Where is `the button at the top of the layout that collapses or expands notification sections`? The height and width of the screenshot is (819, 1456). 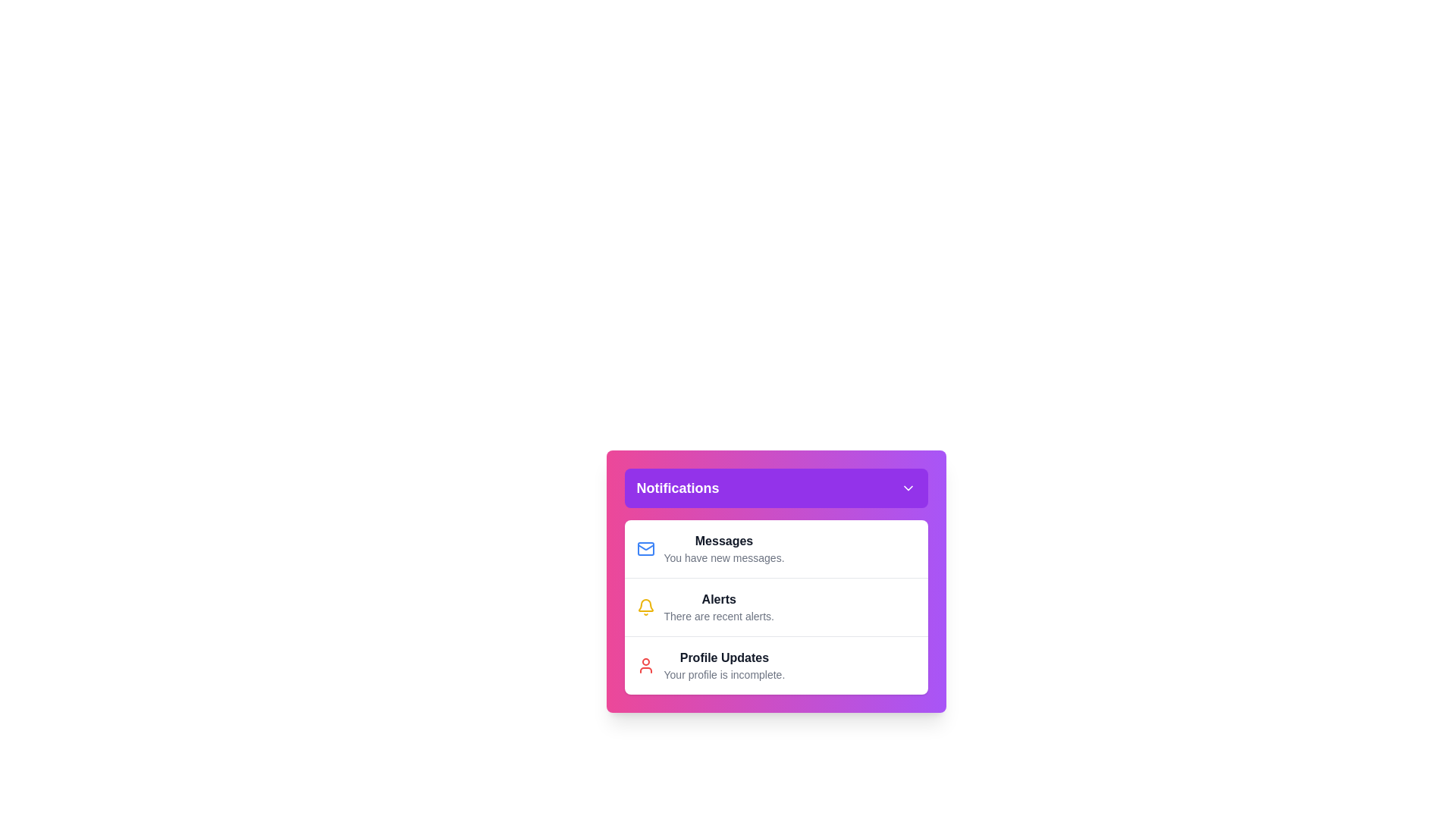
the button at the top of the layout that collapses or expands notification sections is located at coordinates (776, 488).